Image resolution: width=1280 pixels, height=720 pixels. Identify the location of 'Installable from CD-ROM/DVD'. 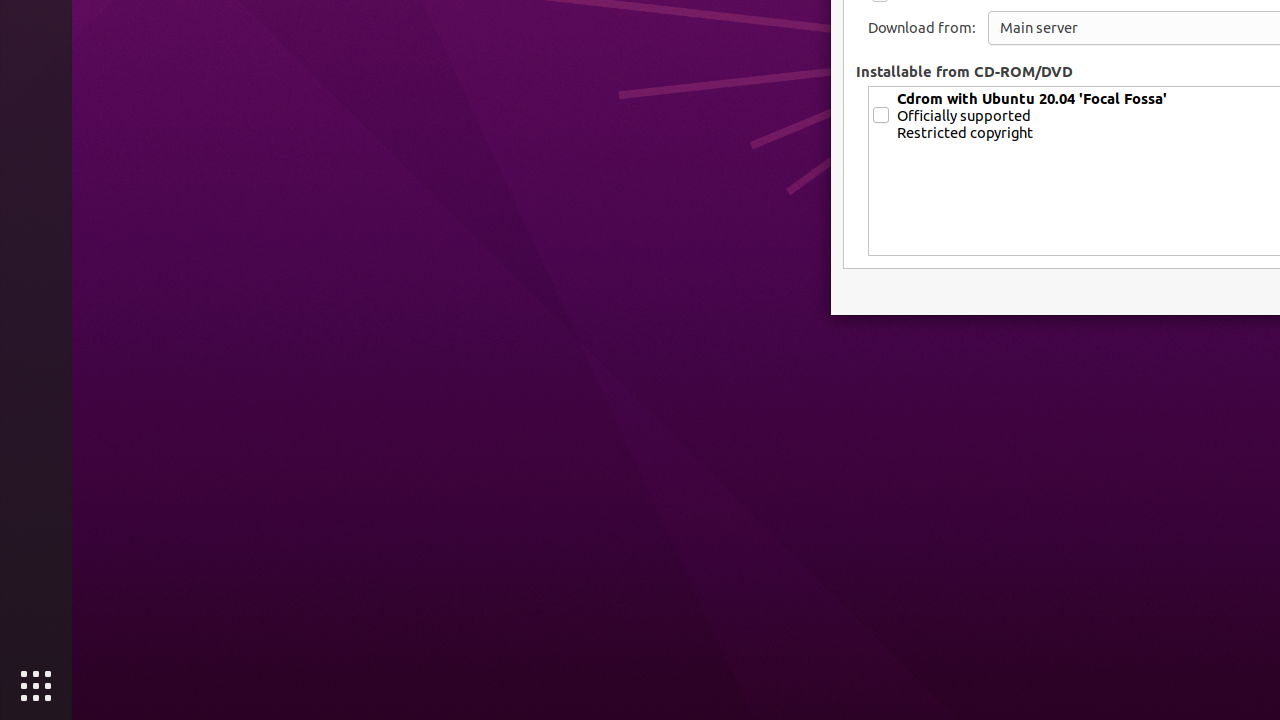
(964, 70).